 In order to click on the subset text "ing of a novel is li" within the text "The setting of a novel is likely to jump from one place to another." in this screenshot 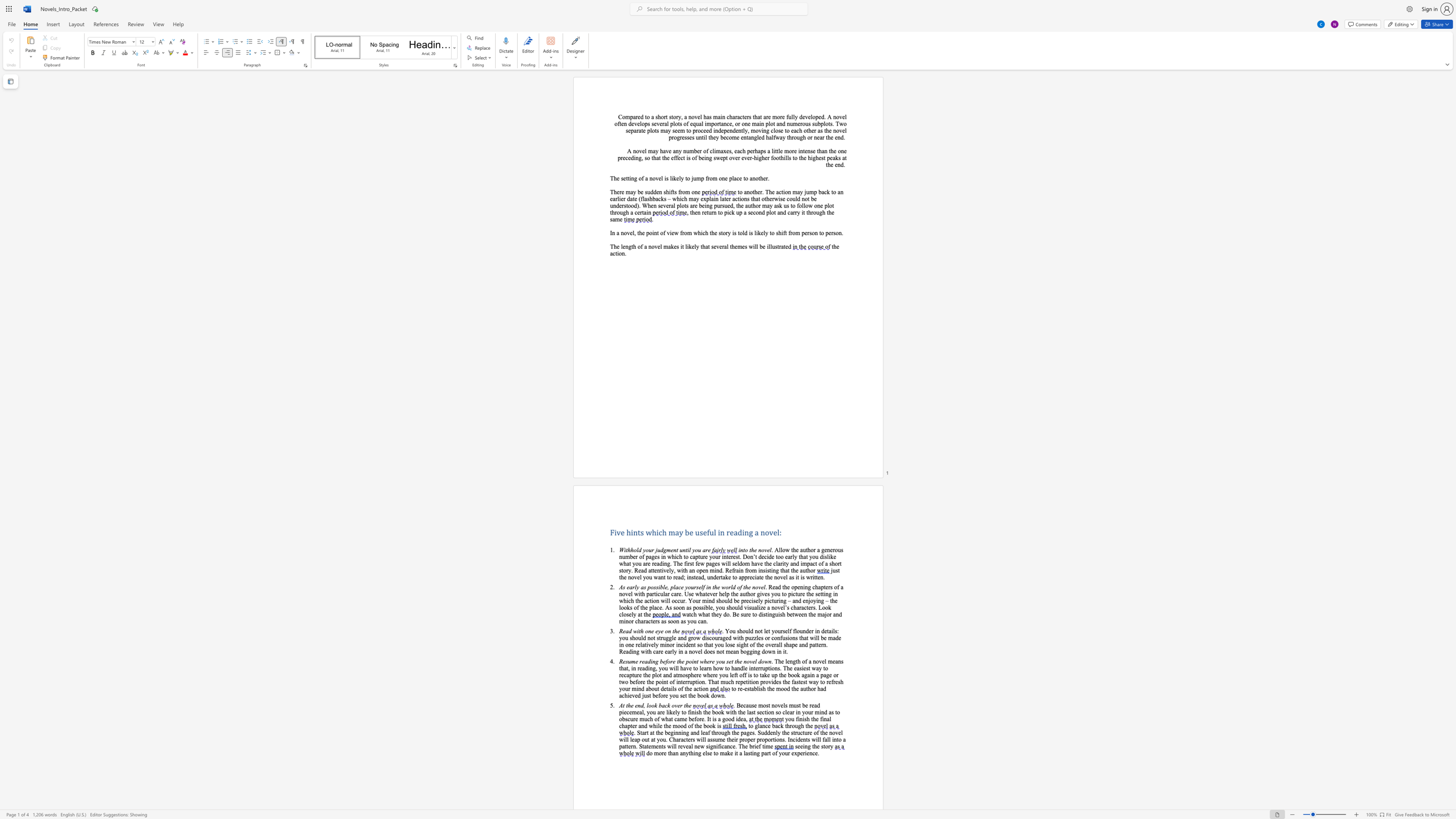, I will do `click(630, 178)`.